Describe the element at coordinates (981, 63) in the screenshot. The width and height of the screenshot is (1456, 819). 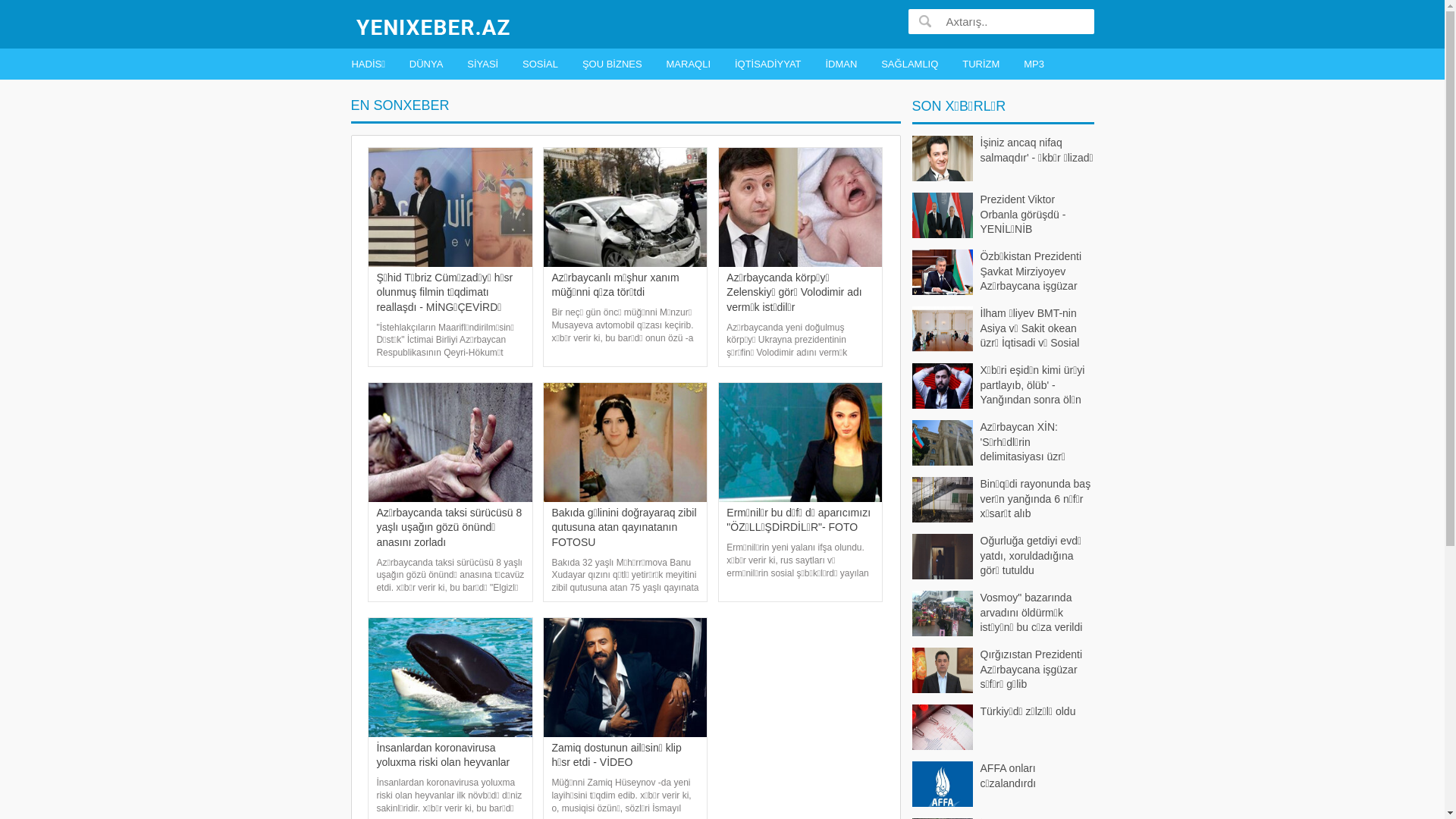
I see `'TURIZM'` at that location.